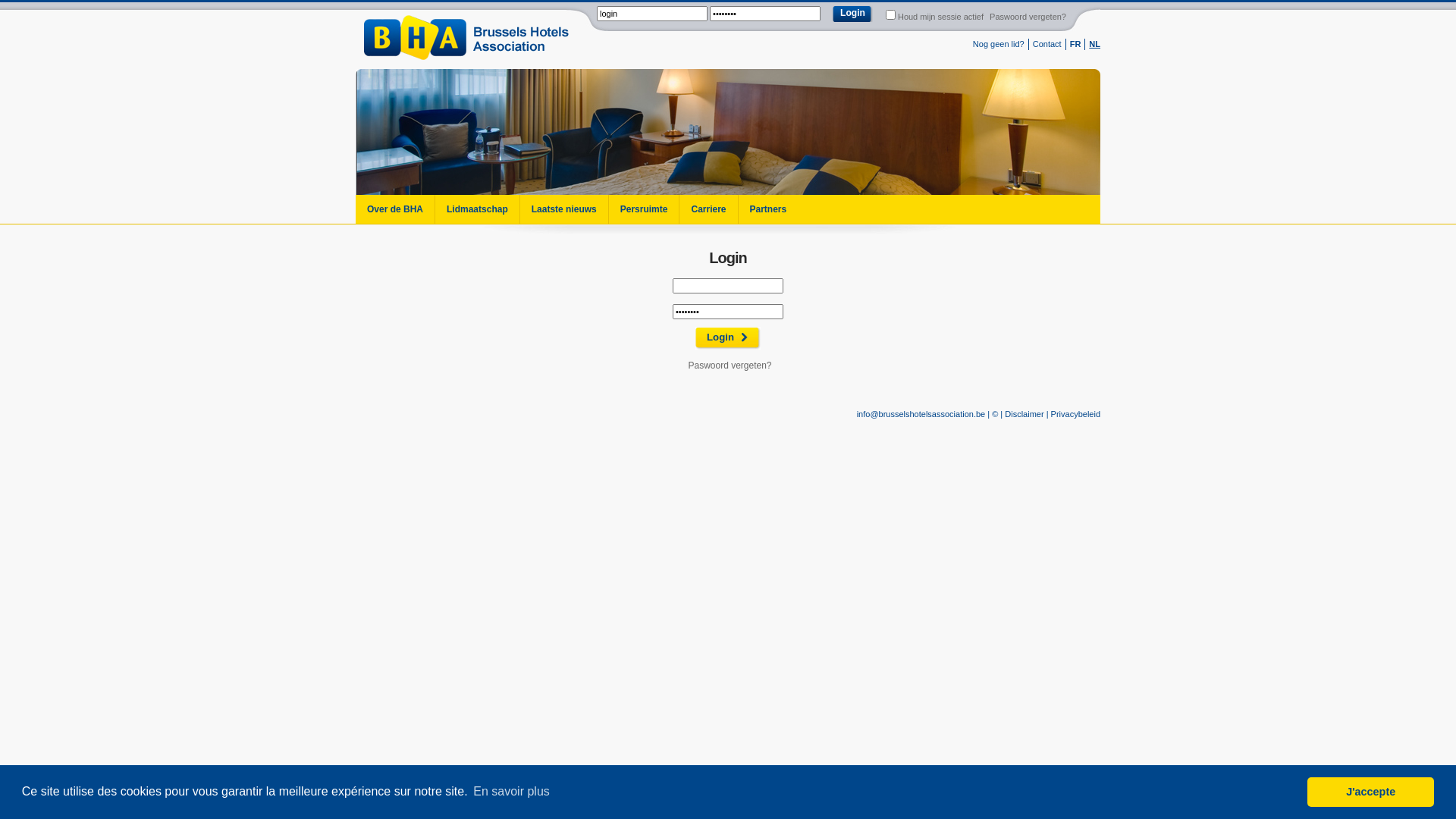 Image resolution: width=1456 pixels, height=819 pixels. Describe the element at coordinates (1046, 42) in the screenshot. I see `'Contact'` at that location.